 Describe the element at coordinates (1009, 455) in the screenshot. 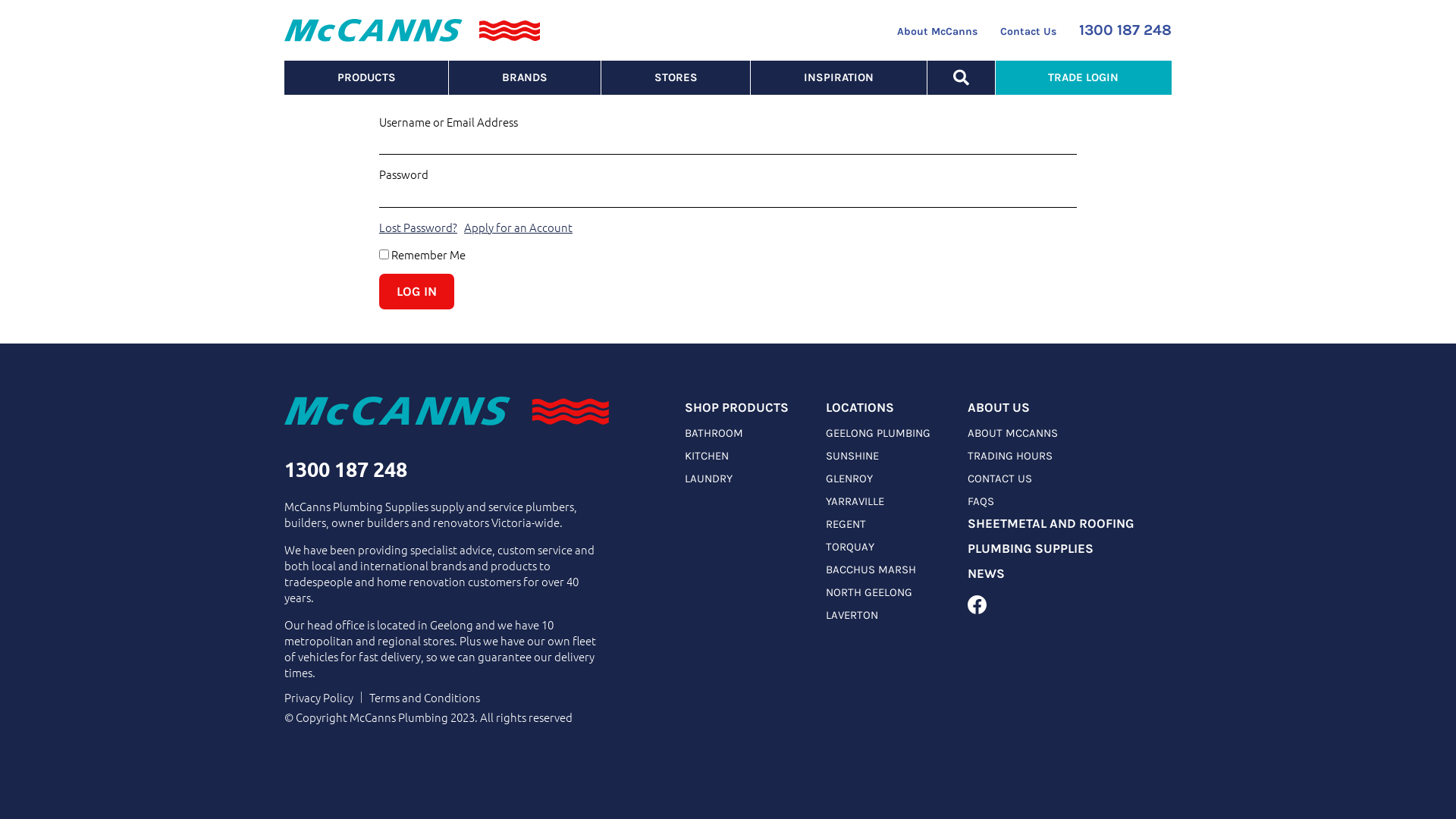

I see `'TRADING HOURS'` at that location.